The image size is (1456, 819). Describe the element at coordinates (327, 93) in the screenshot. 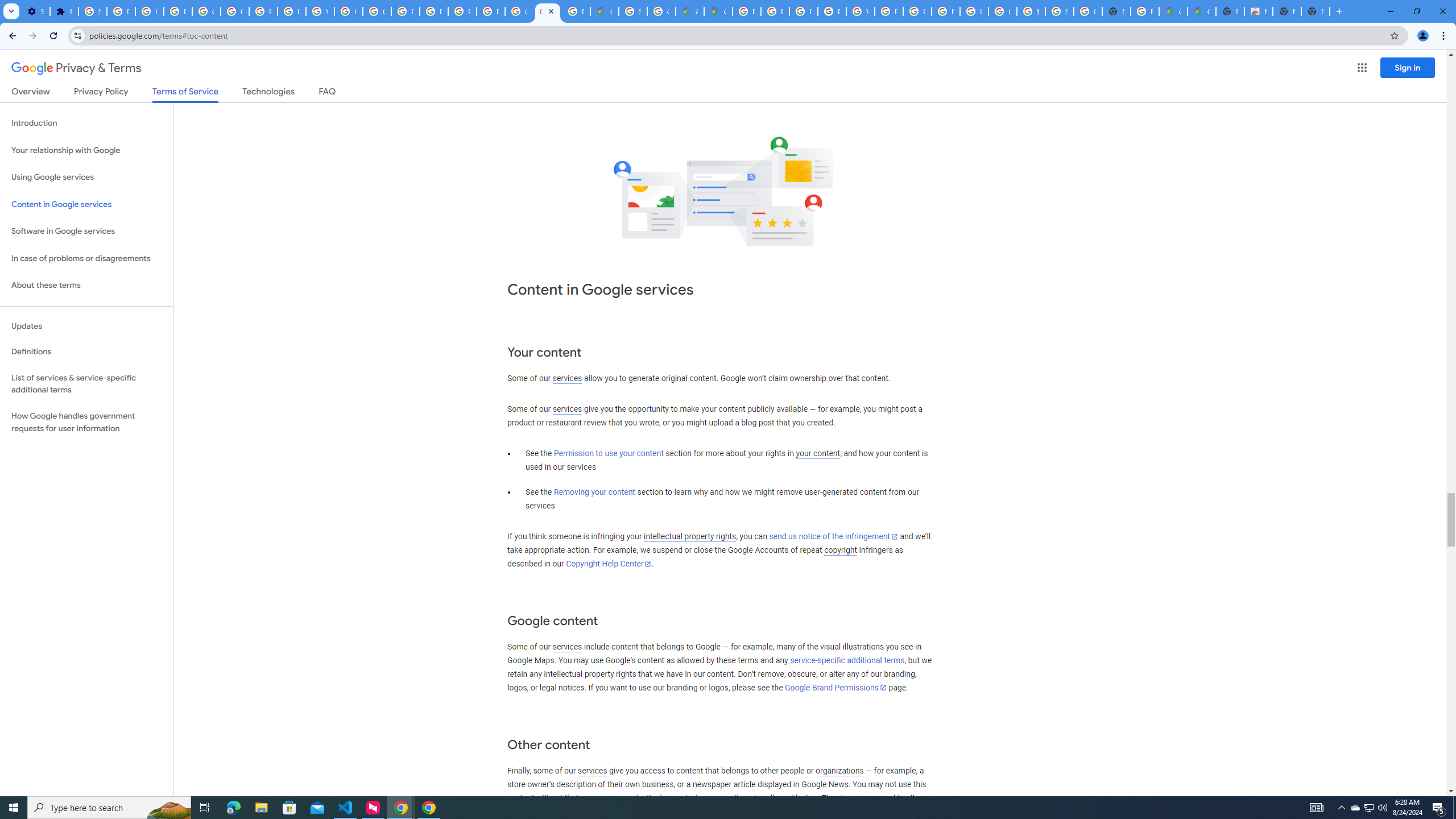

I see `'FAQ'` at that location.